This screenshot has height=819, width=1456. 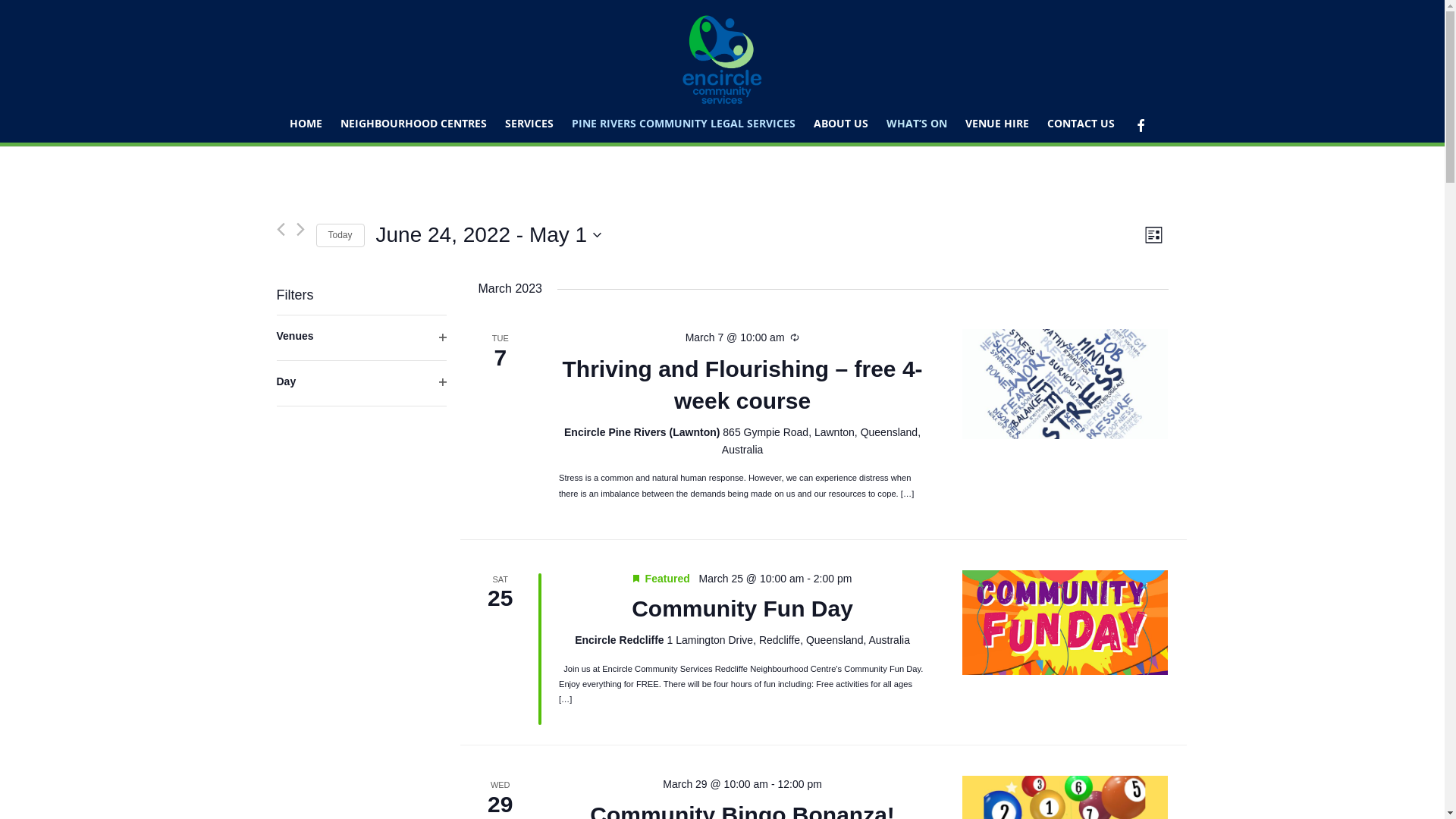 I want to click on 'Next Events', so click(x=300, y=229).